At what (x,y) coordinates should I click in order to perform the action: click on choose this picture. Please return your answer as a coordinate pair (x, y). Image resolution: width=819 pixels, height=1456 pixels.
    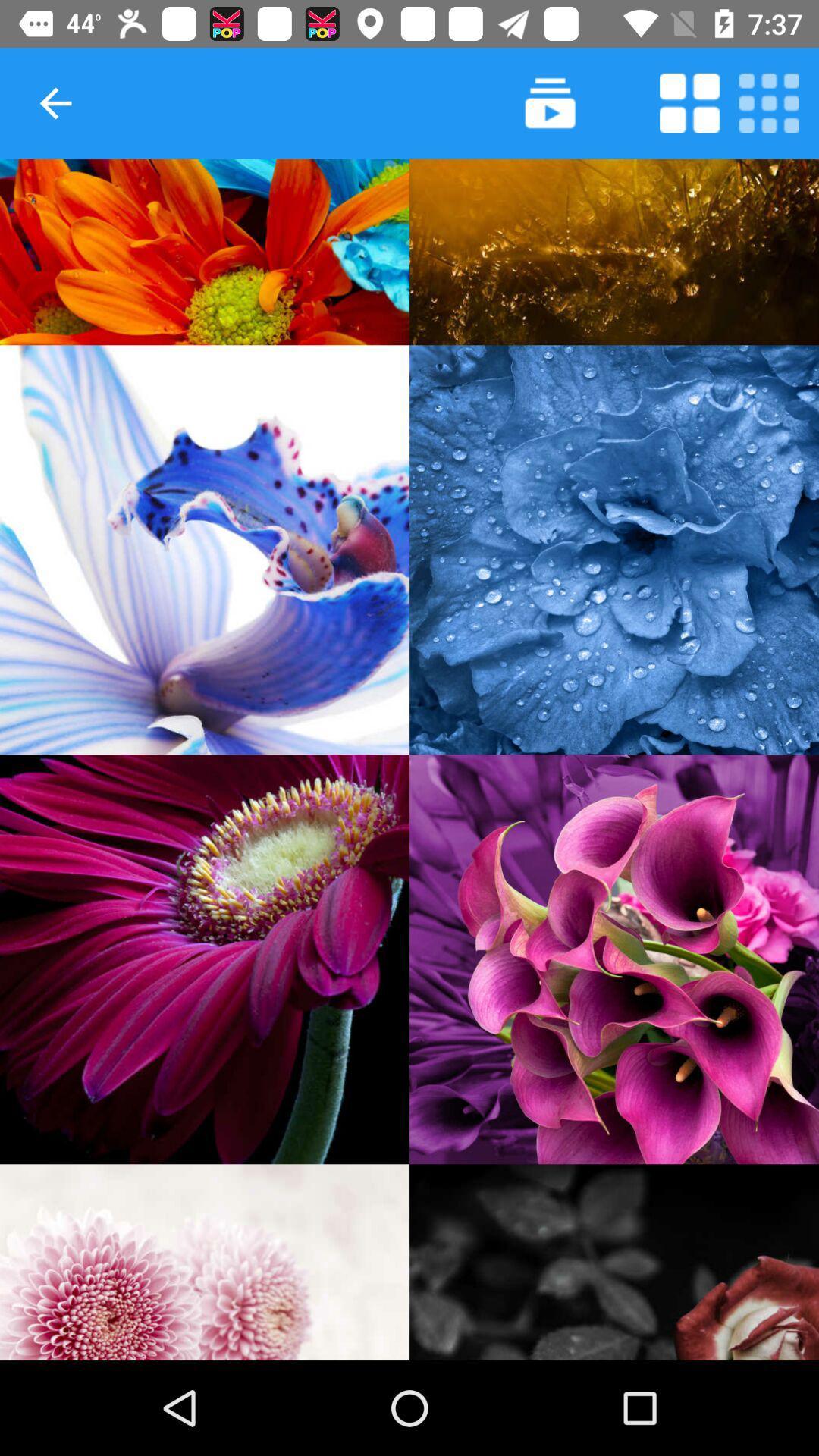
    Looking at the image, I should click on (614, 549).